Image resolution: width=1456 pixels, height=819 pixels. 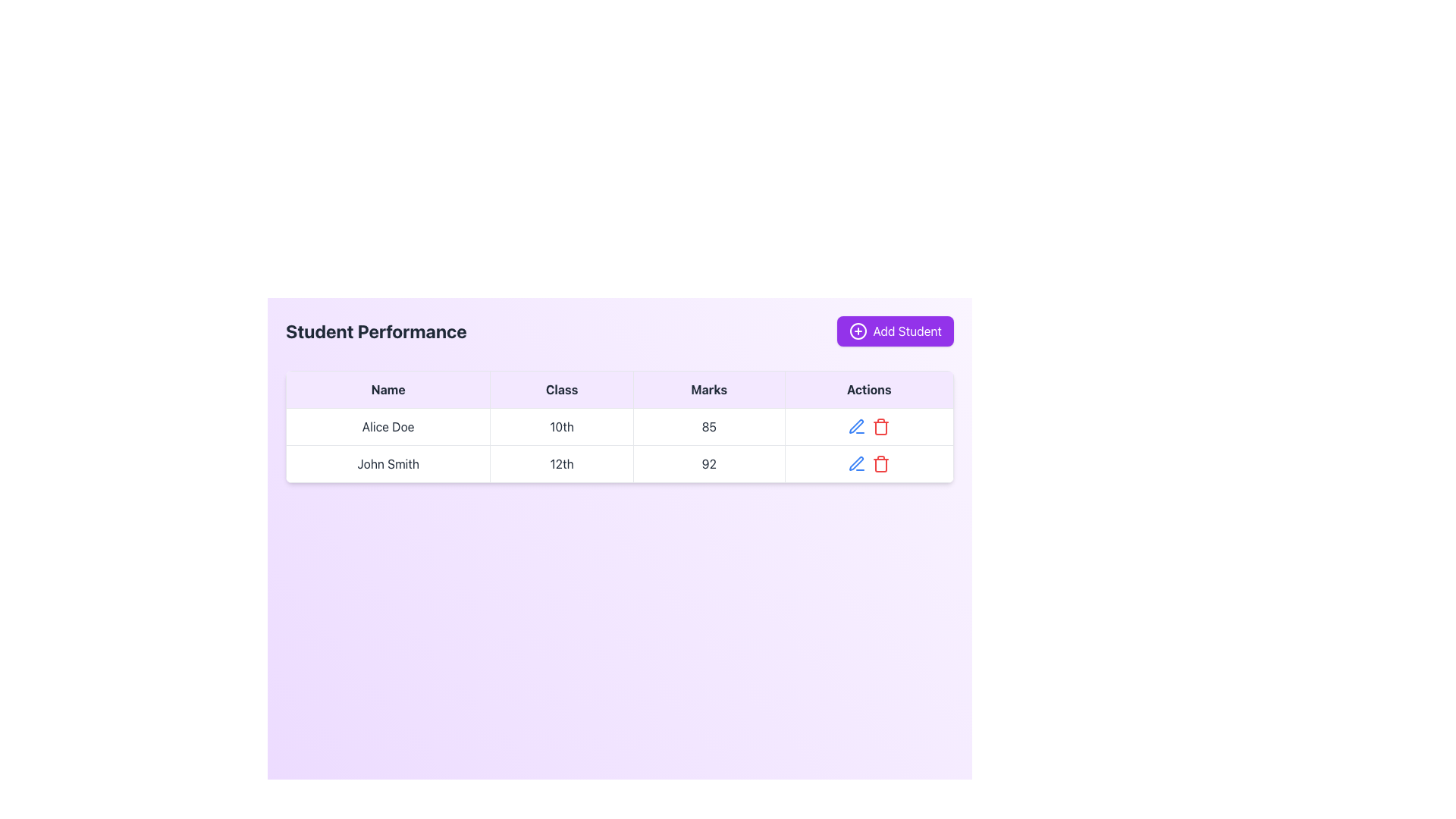 What do you see at coordinates (858, 330) in the screenshot?
I see `the icon located in the top-right corner of the interface, which serves as a visual cue to add a new student, positioned to the left of the 'Add Student' button` at bounding box center [858, 330].